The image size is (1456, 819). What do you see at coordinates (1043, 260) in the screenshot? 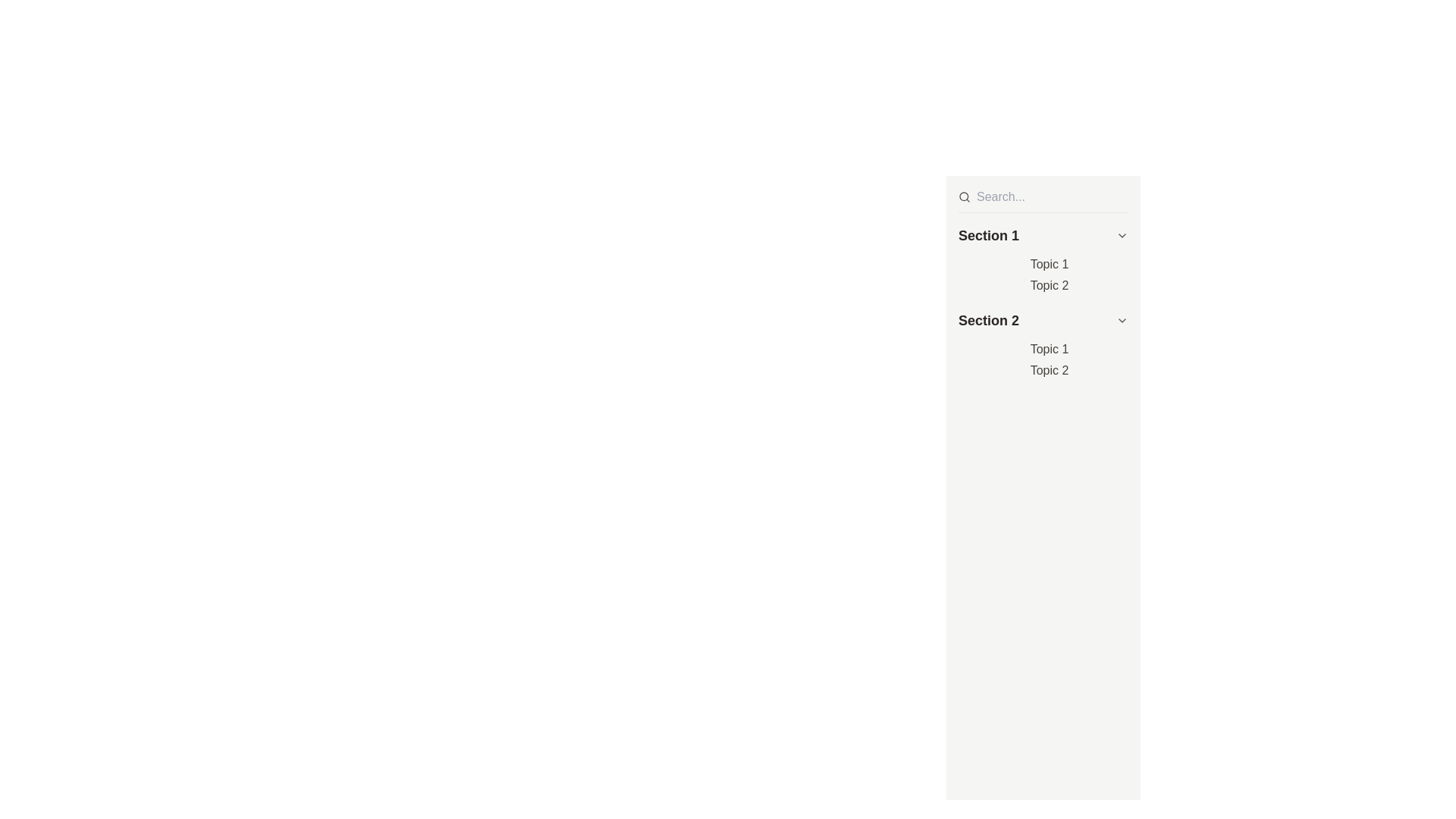
I see `the 'Section 1' collapsible header` at bounding box center [1043, 260].